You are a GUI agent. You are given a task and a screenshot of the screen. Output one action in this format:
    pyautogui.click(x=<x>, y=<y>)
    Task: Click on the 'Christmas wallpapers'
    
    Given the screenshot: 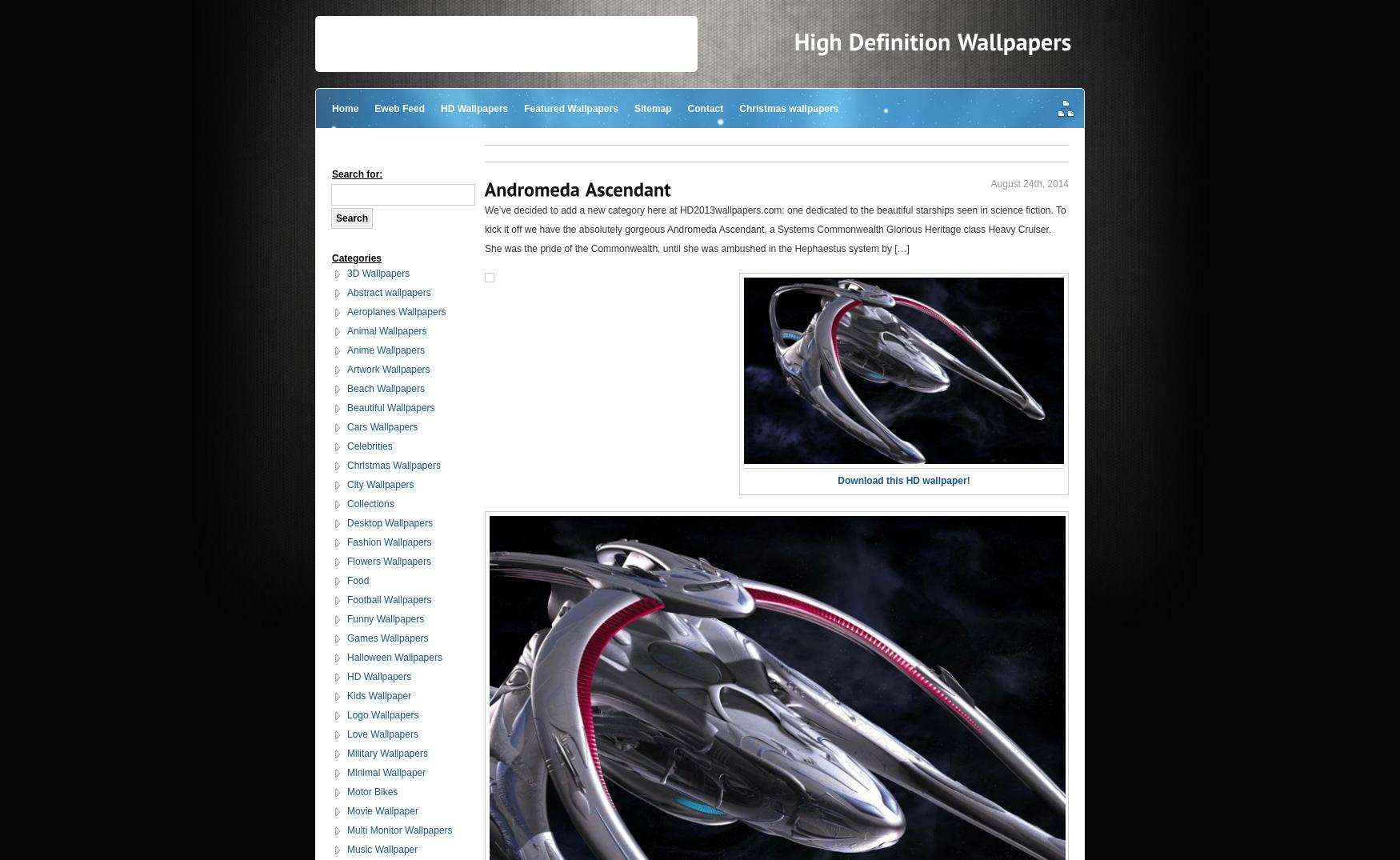 What is the action you would take?
    pyautogui.click(x=788, y=107)
    